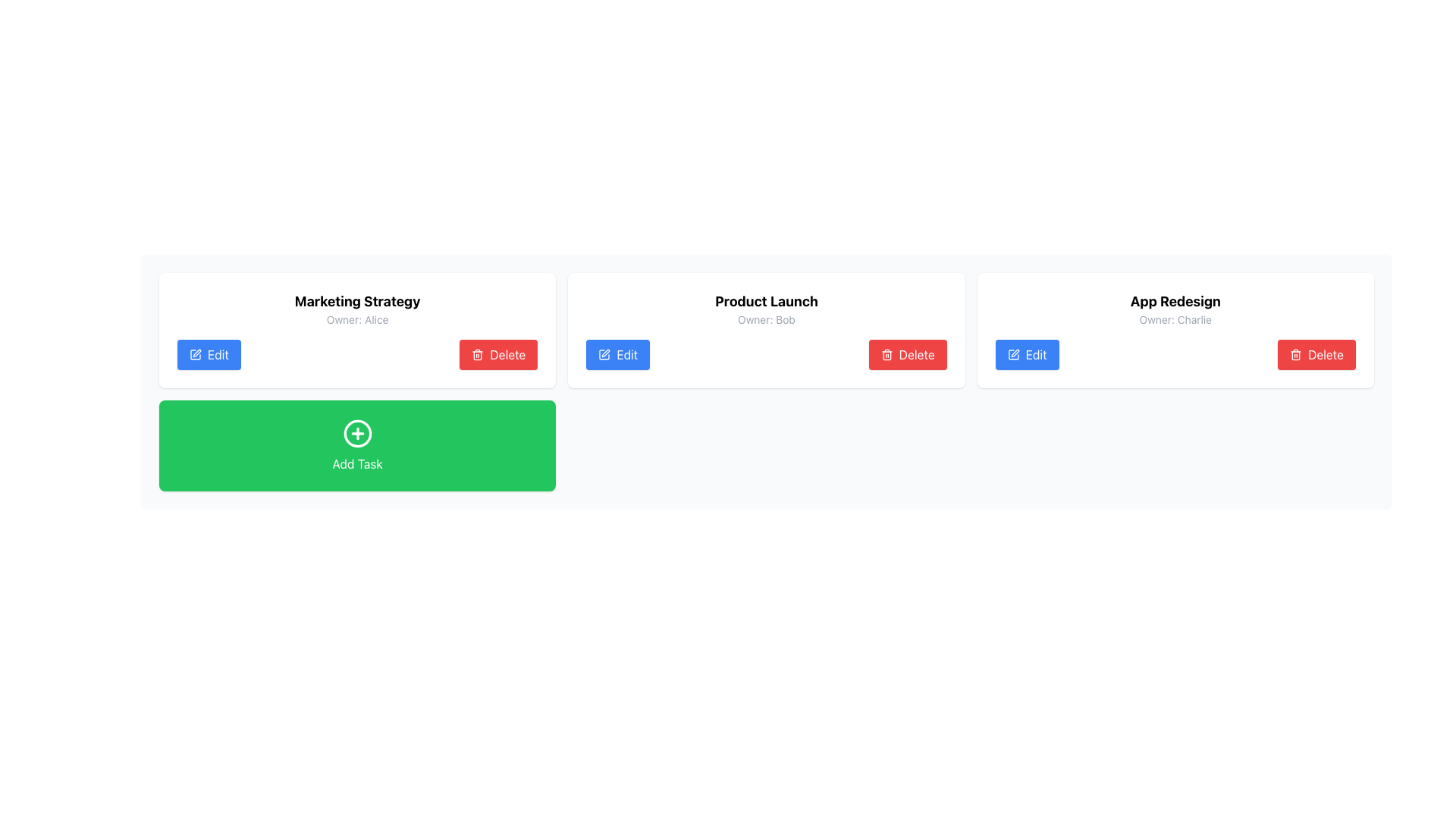 The width and height of the screenshot is (1456, 819). What do you see at coordinates (1015, 353) in the screenshot?
I see `the pen icon fragment within the edit button of the 'Product Launch' task card, which symbolizes the edit function` at bounding box center [1015, 353].